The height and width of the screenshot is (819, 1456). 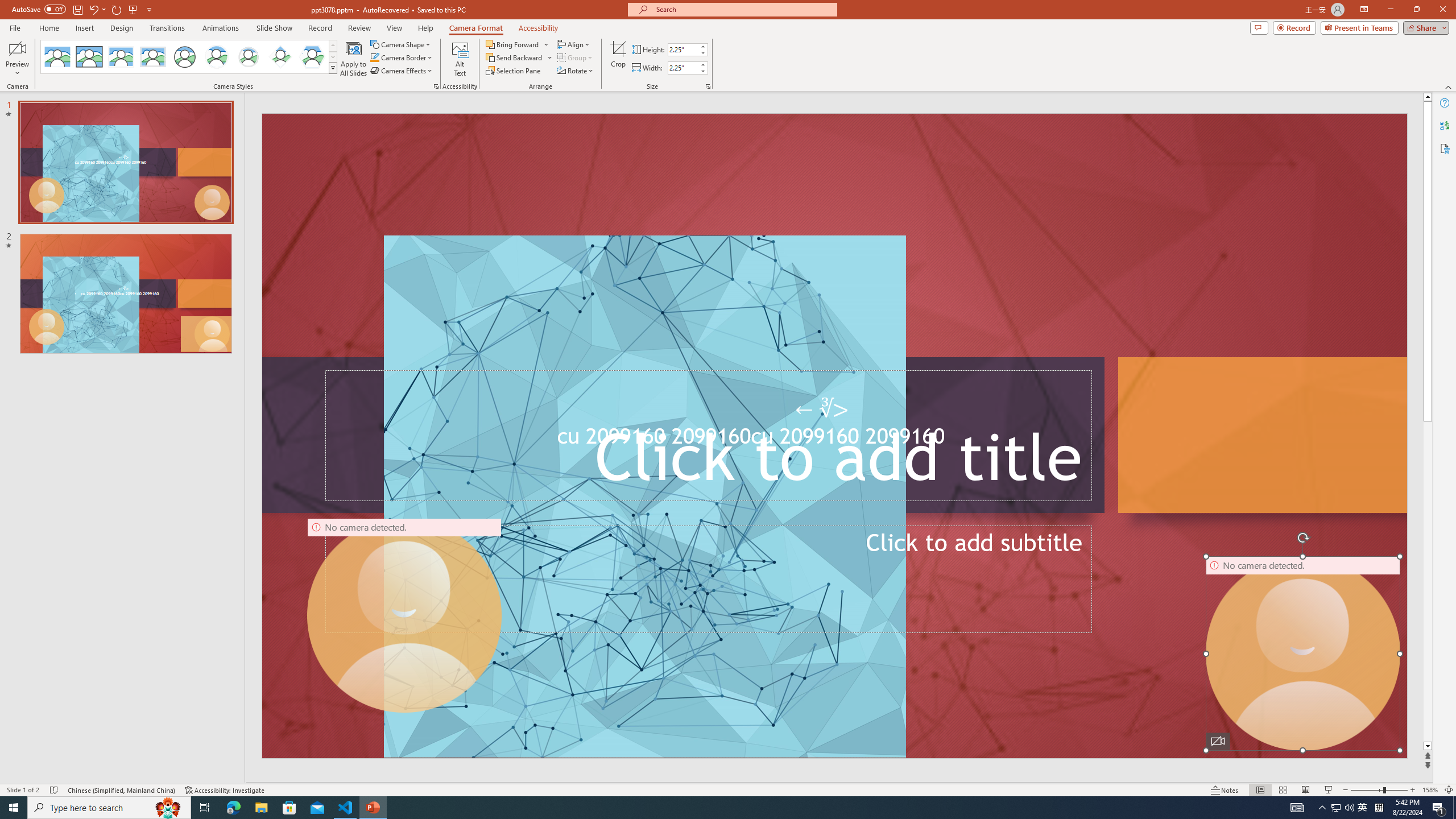 What do you see at coordinates (575, 56) in the screenshot?
I see `'Group'` at bounding box center [575, 56].